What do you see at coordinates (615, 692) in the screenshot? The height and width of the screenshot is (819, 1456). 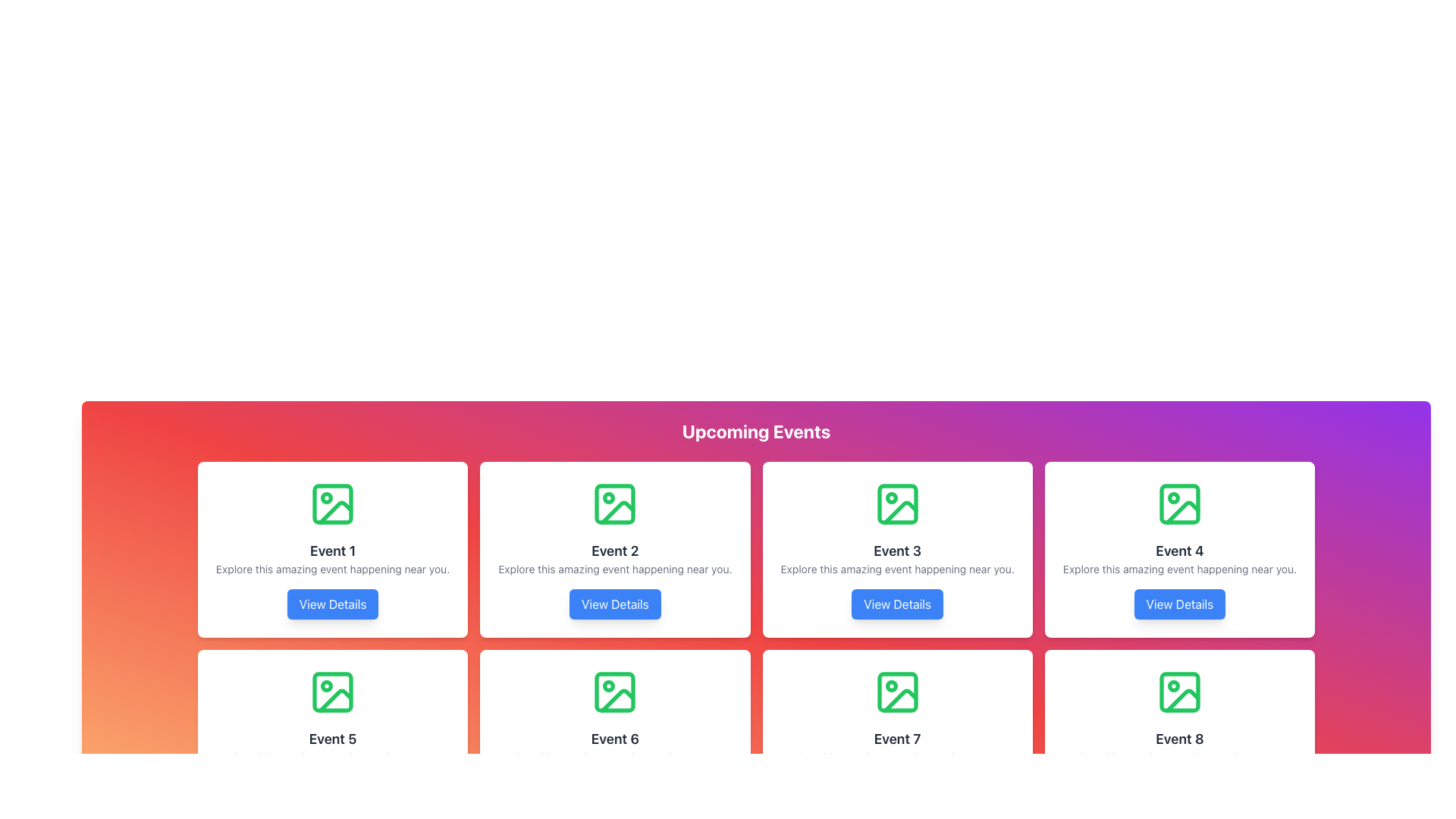 I see `the decorative icon representing the image for 'Event 6', located in the second row, second column of the grid of cards` at bounding box center [615, 692].